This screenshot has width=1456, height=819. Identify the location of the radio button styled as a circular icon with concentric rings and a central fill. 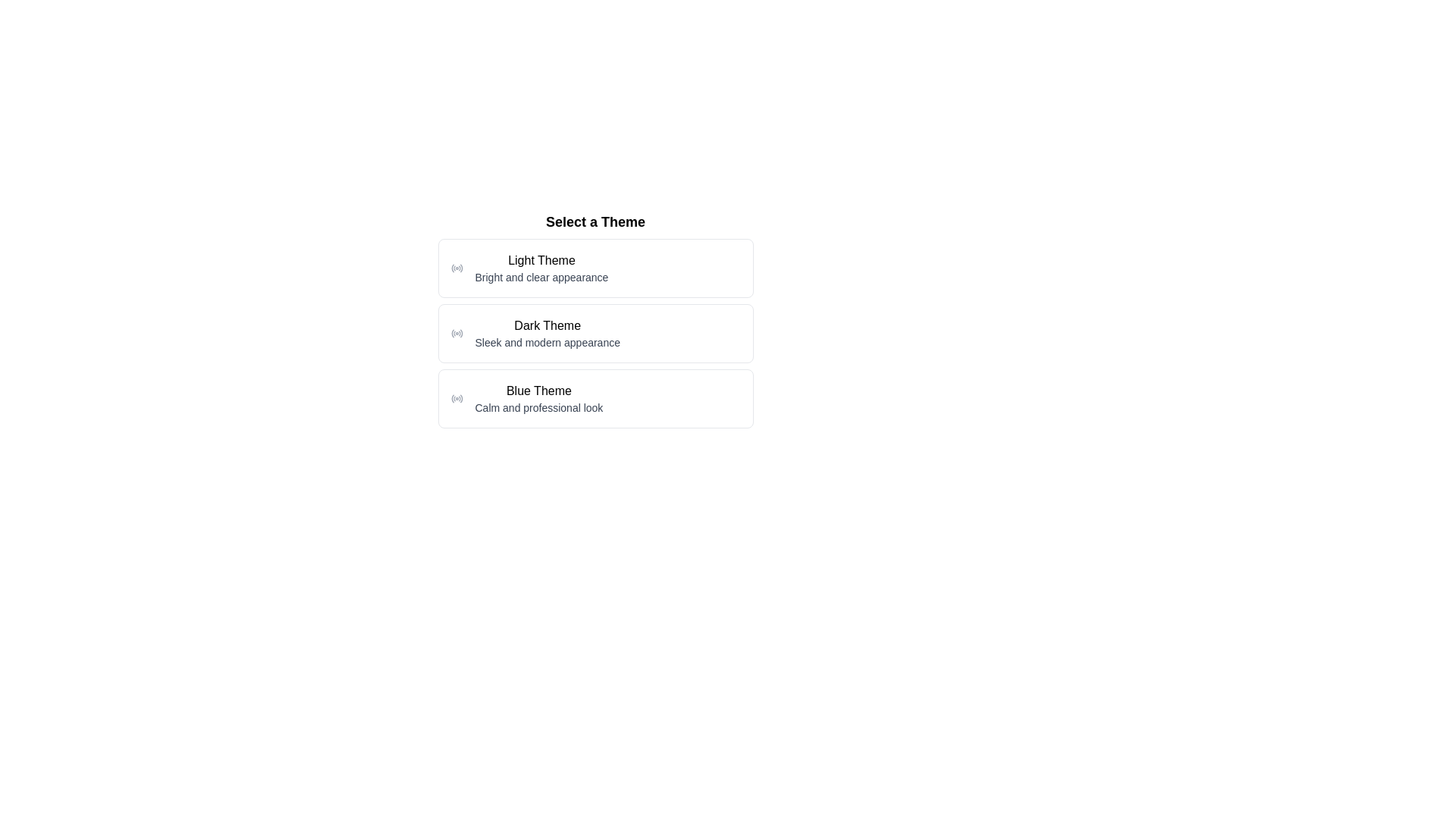
(456, 397).